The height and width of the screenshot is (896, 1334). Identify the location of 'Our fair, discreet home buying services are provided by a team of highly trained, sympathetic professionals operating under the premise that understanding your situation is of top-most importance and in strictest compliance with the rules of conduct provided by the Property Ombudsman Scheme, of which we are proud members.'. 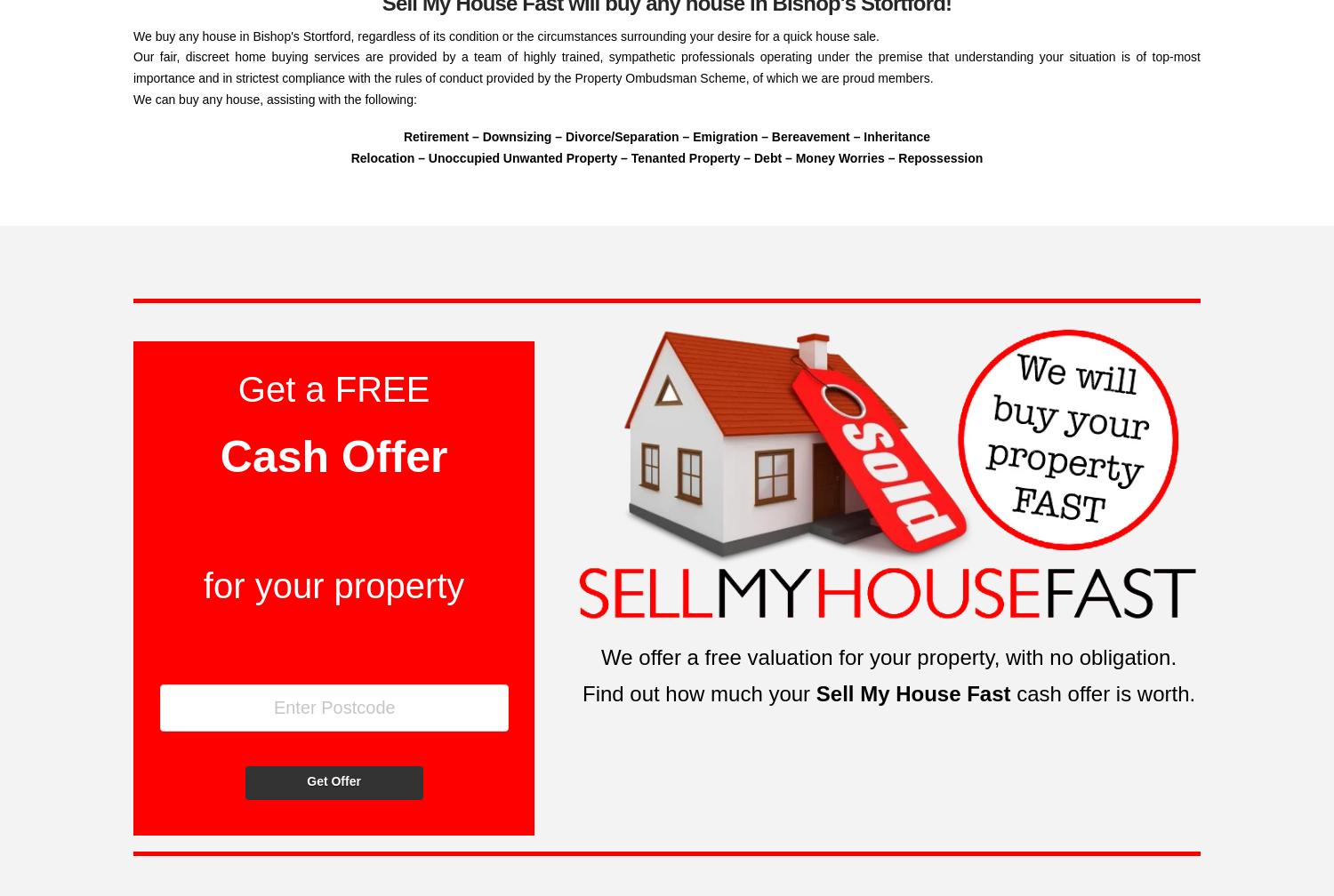
(667, 68).